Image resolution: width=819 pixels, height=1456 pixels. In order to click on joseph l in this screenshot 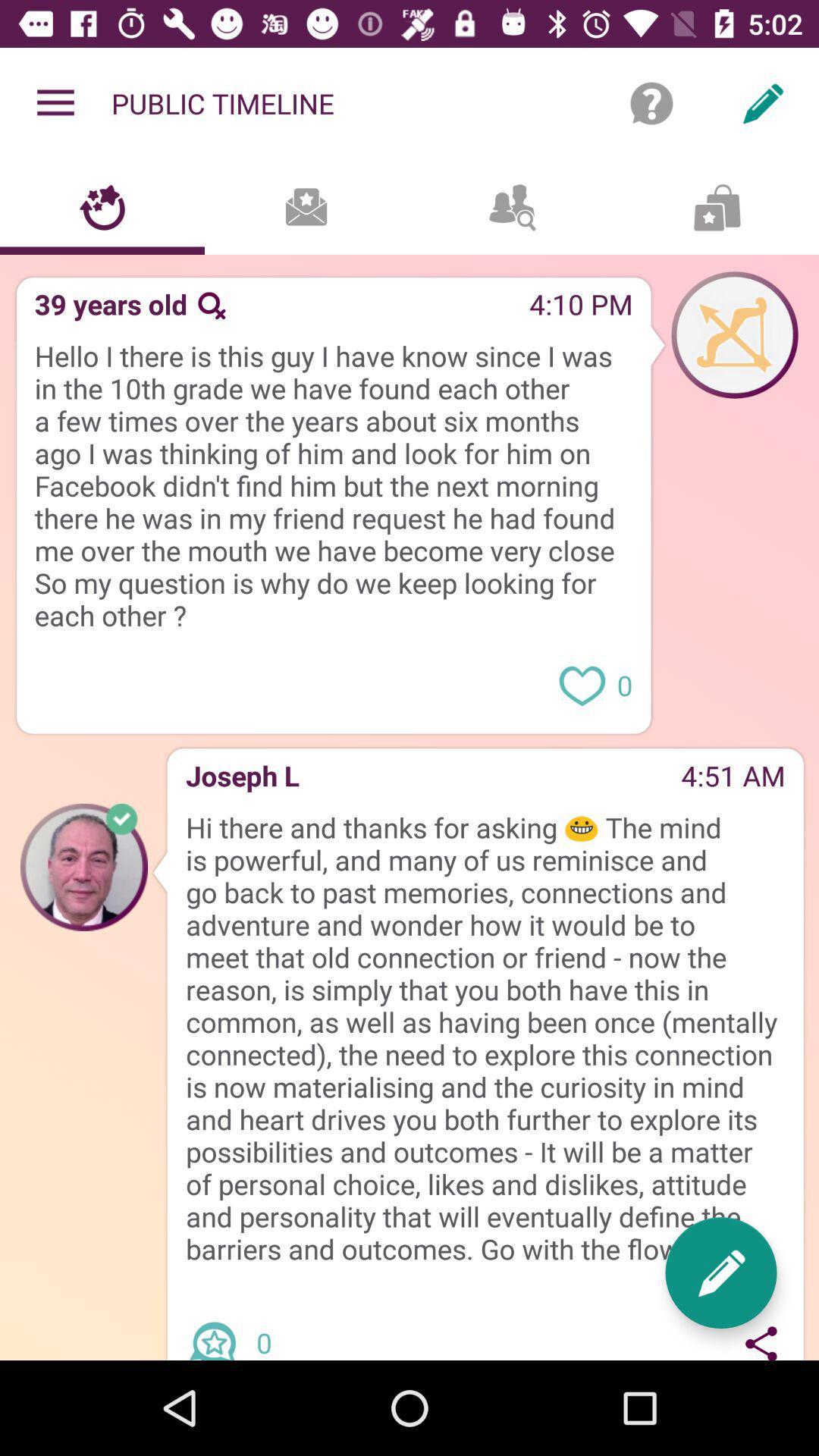, I will do `click(237, 780)`.